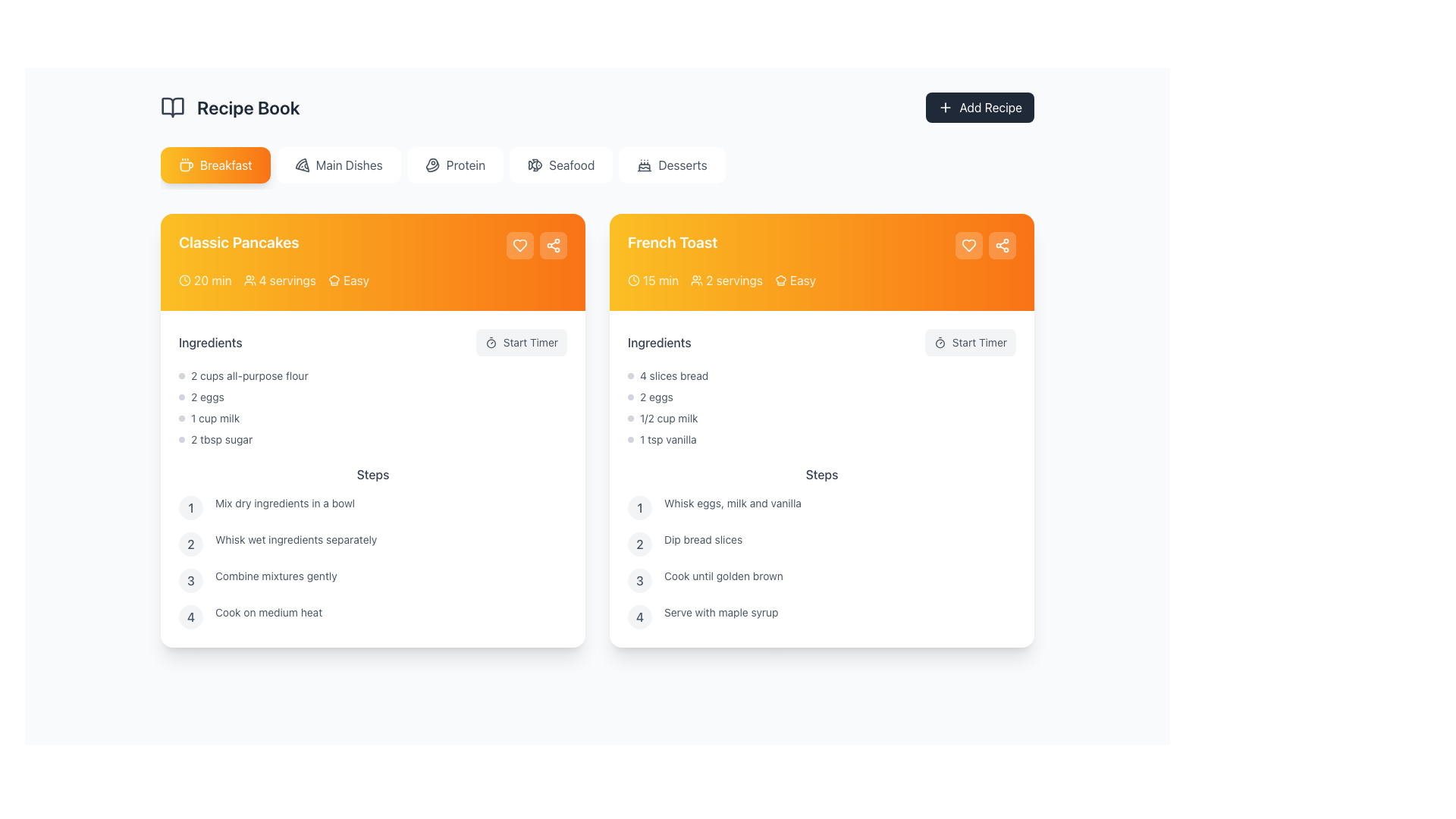  What do you see at coordinates (596, 168) in the screenshot?
I see `the seafood category button, which is the fourth button from the left in a horizontal list of category buttons, to filter recipes displayed on the page to only show seafood-related dishes` at bounding box center [596, 168].